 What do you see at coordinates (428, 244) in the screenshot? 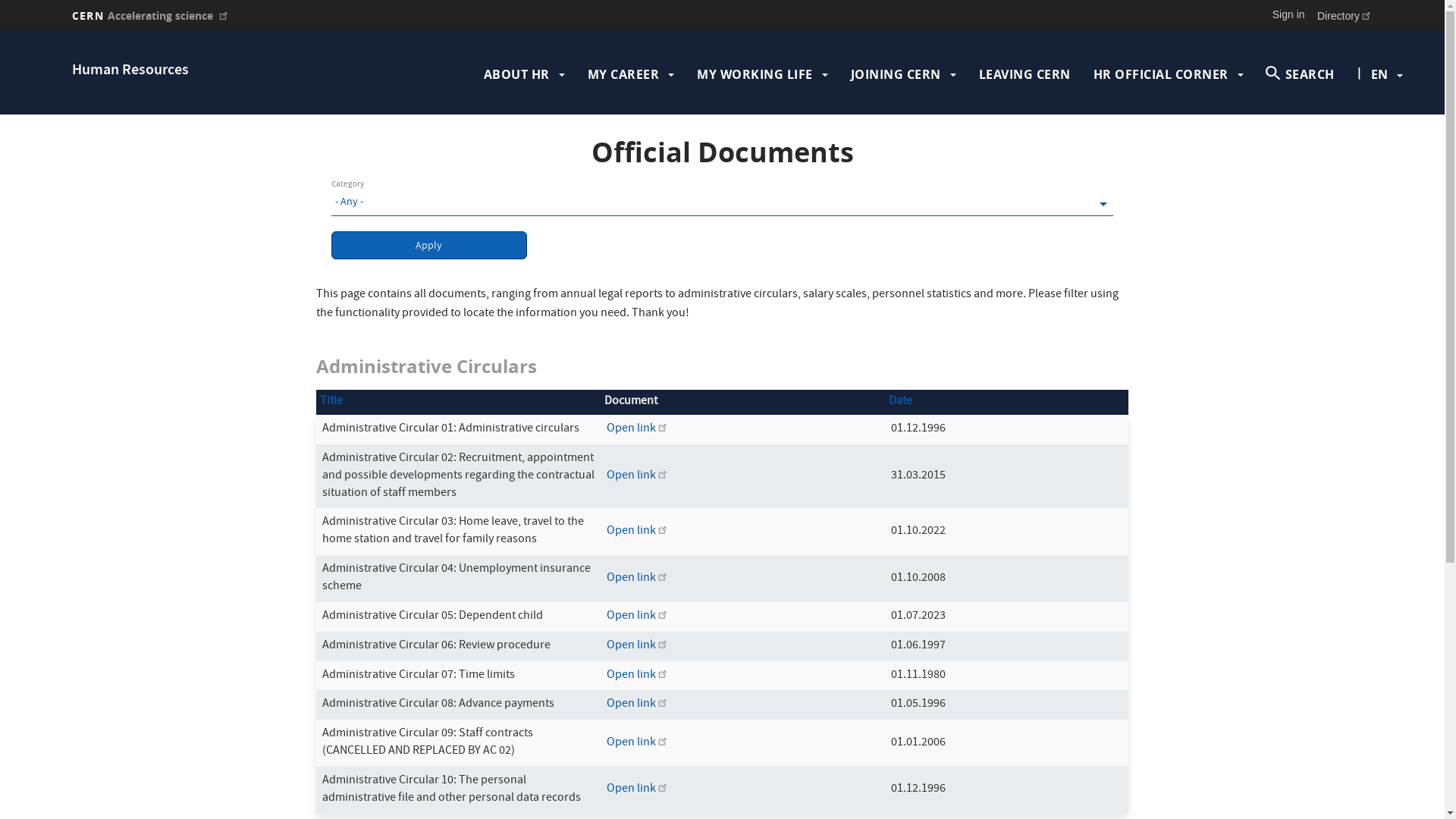
I see `'Apply'` at bounding box center [428, 244].